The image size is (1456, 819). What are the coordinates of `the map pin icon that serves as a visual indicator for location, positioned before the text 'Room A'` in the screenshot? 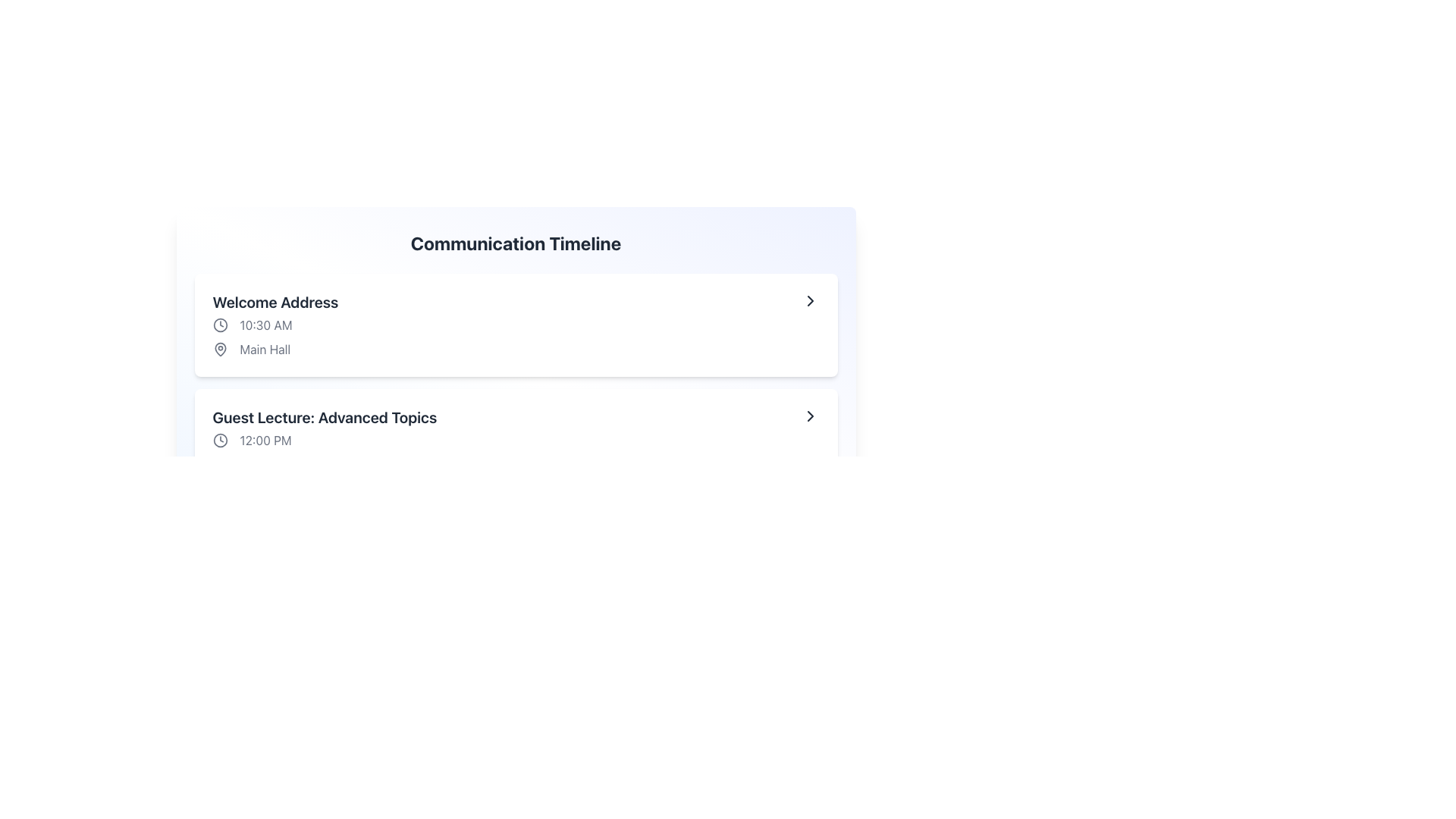 It's located at (219, 464).